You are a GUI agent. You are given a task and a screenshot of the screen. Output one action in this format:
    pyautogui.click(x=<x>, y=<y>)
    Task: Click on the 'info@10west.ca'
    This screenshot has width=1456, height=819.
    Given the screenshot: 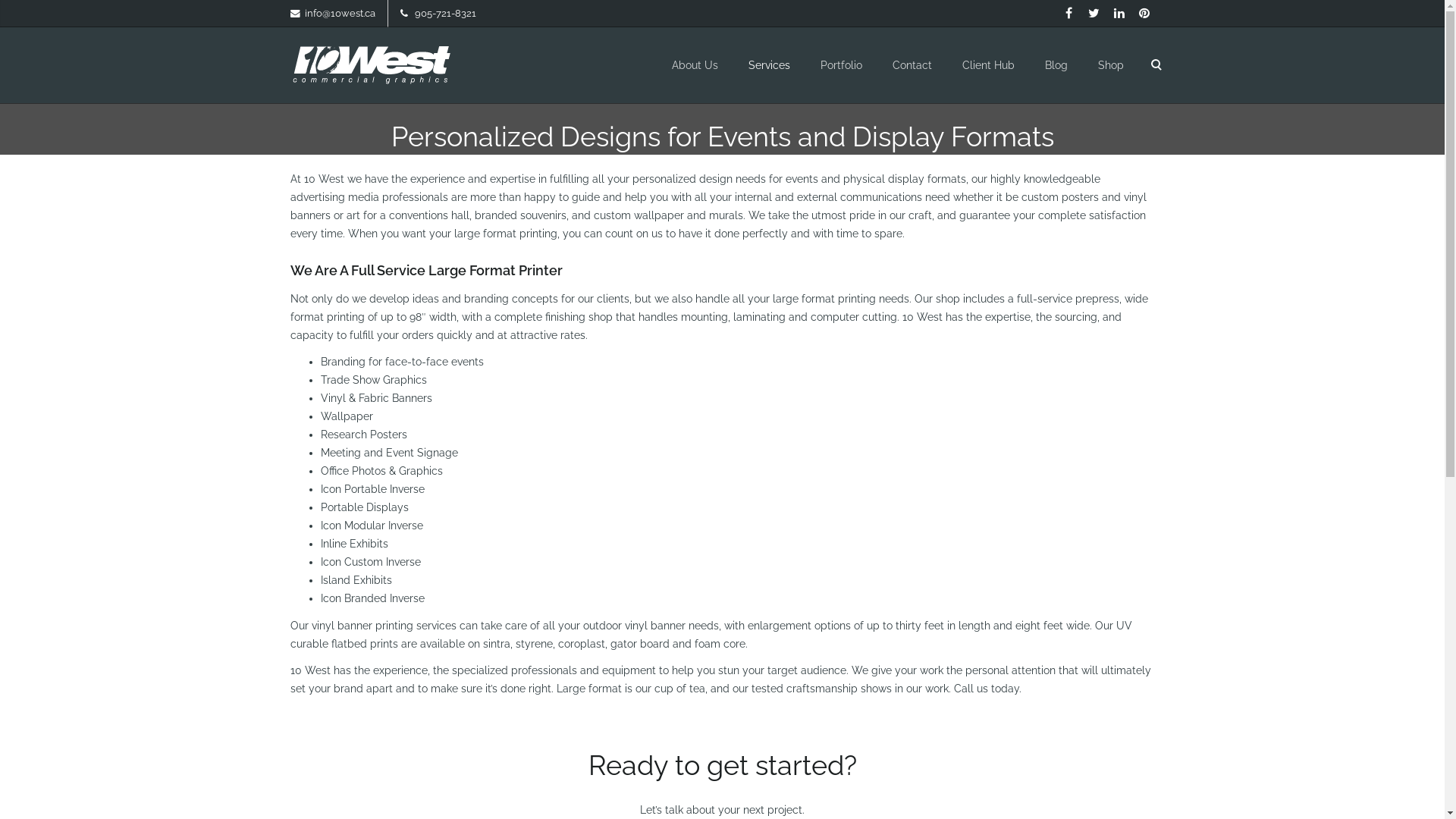 What is the action you would take?
    pyautogui.click(x=339, y=13)
    